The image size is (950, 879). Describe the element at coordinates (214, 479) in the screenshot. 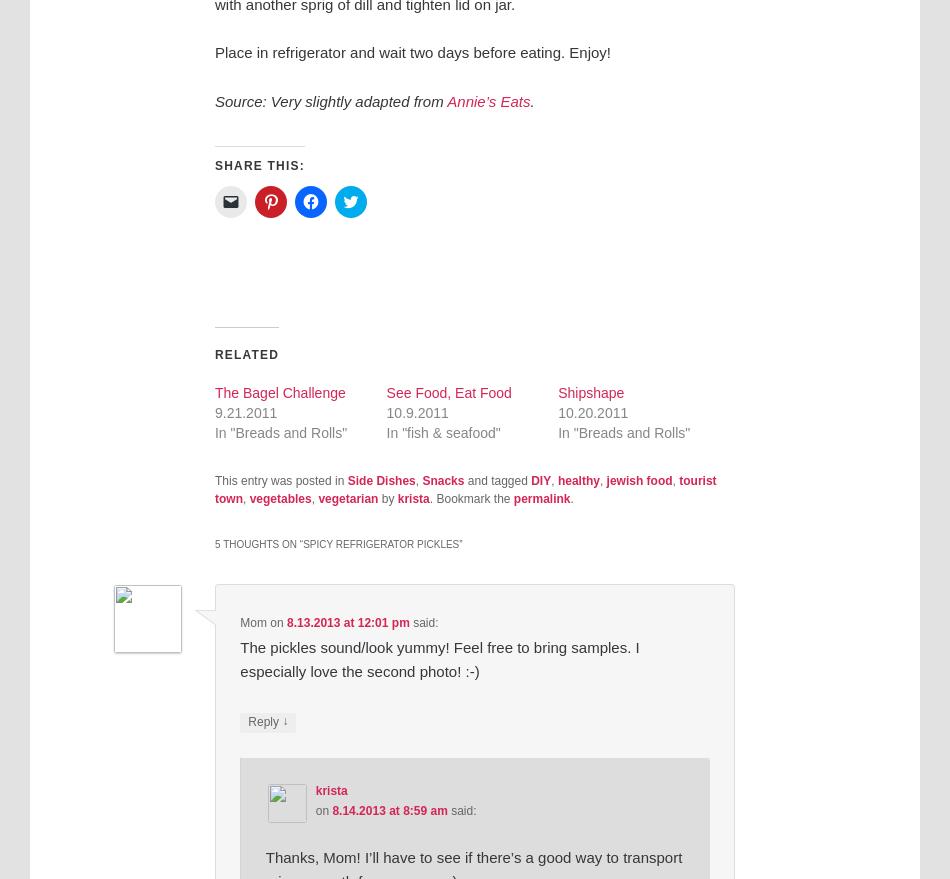

I see `'This entry was posted in'` at that location.